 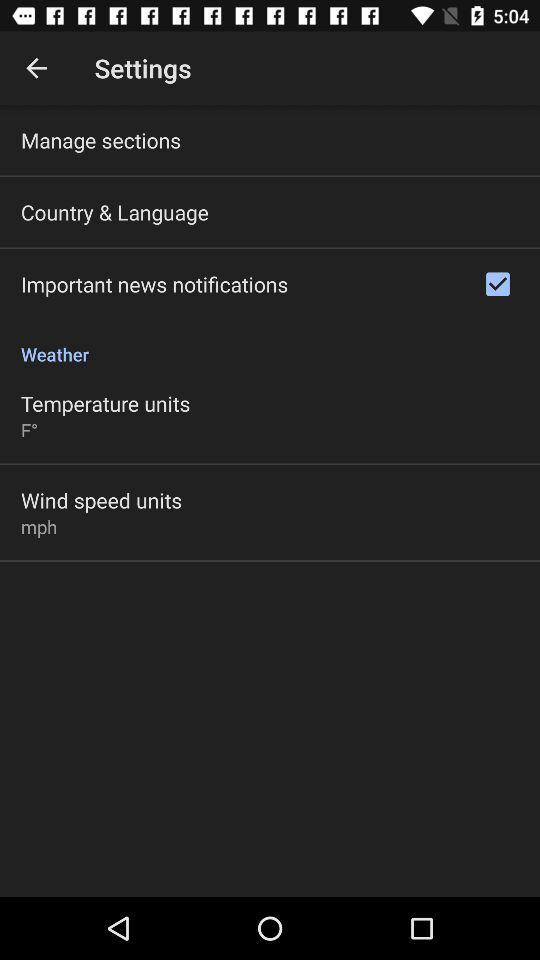 I want to click on country & language, so click(x=114, y=212).